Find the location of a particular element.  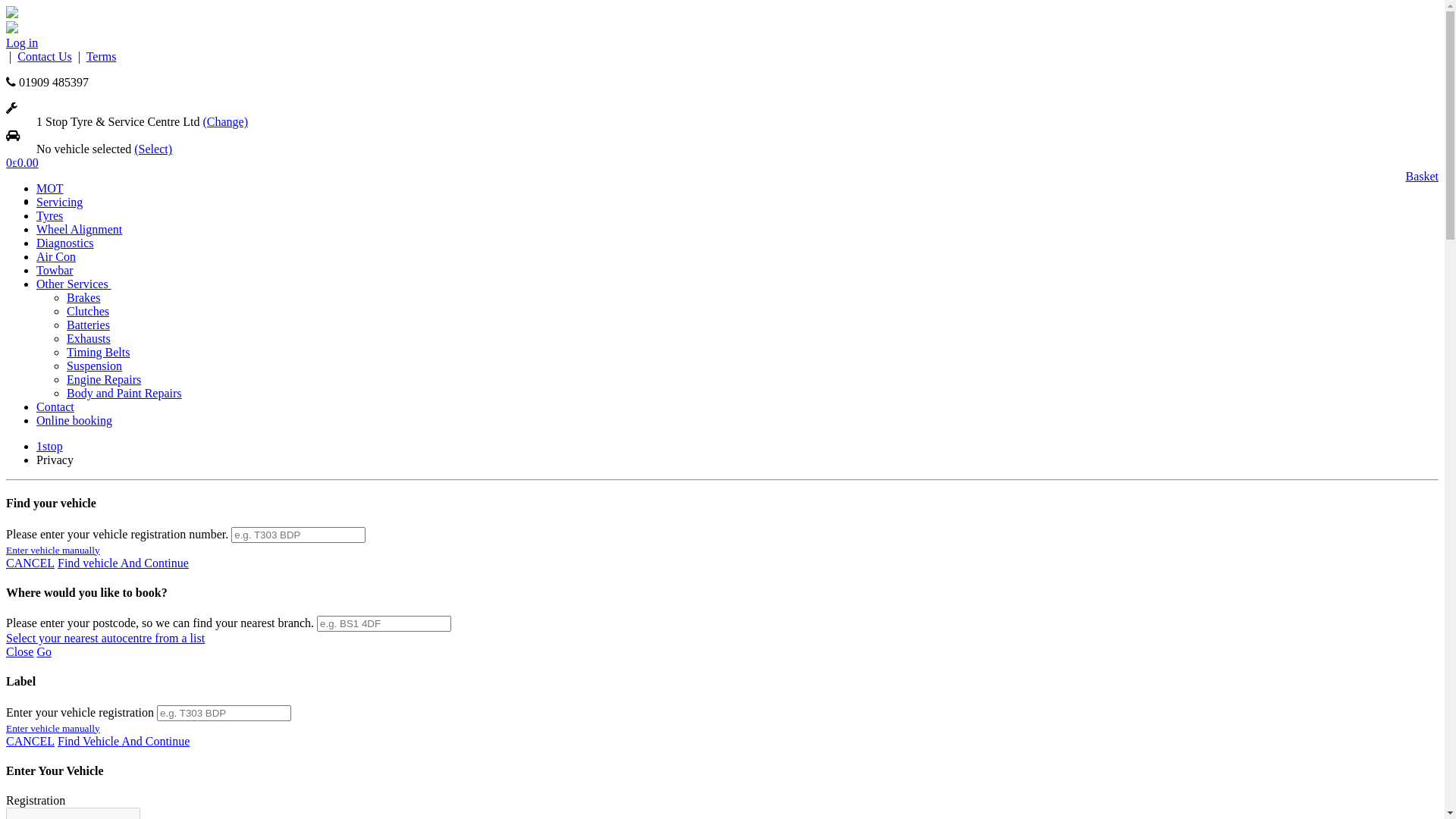

'(Change)' is located at coordinates (224, 121).